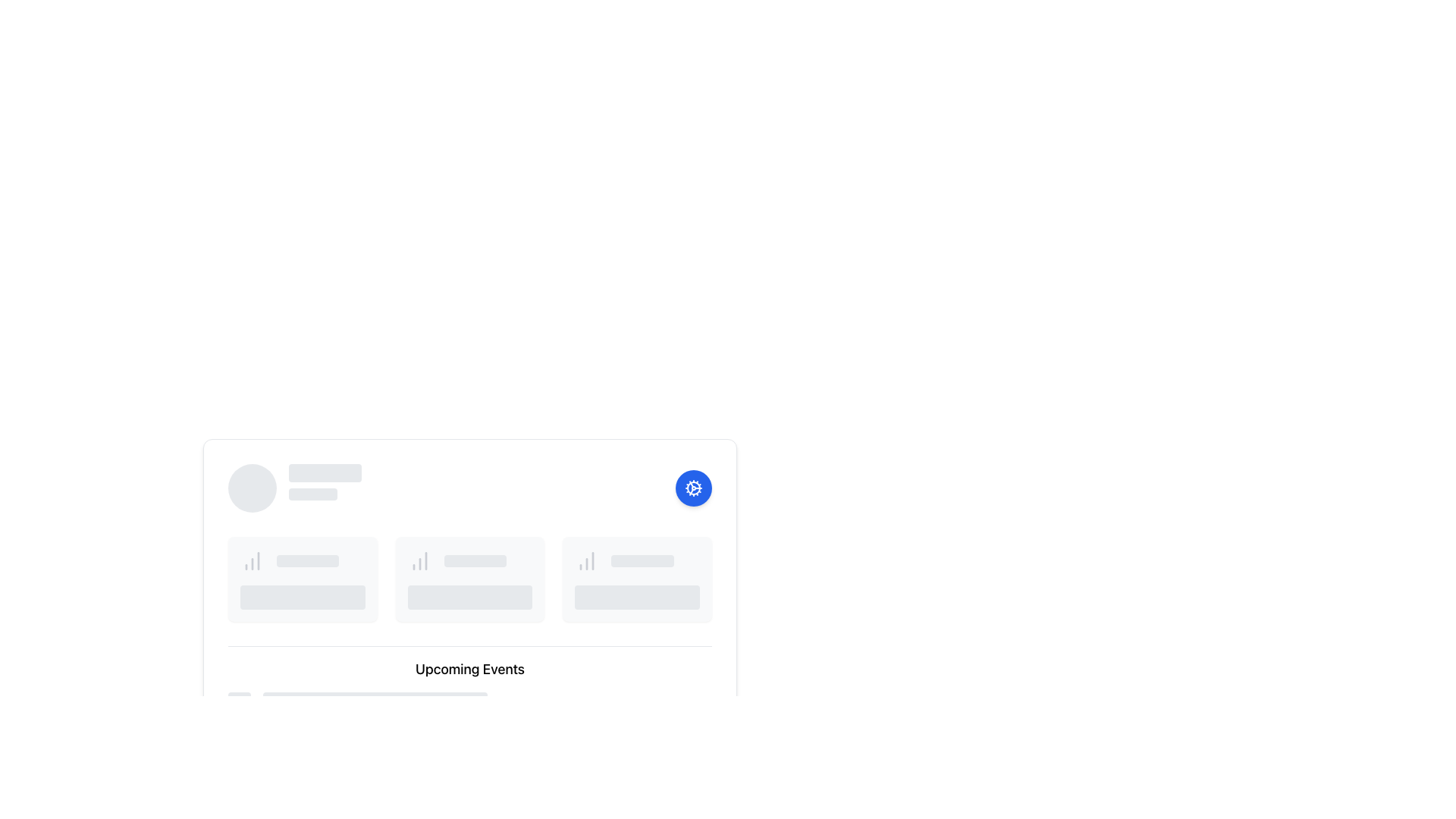  I want to click on the bar chart icon located on the left side of the horizontal group of visual components within the card to interpret its visual representation, so click(419, 561).